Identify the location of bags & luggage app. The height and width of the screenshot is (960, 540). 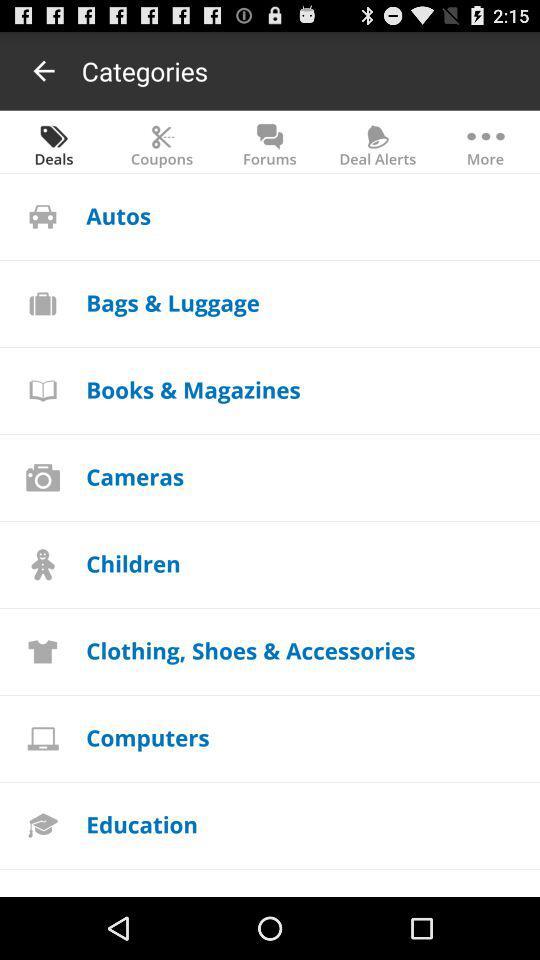
(173, 302).